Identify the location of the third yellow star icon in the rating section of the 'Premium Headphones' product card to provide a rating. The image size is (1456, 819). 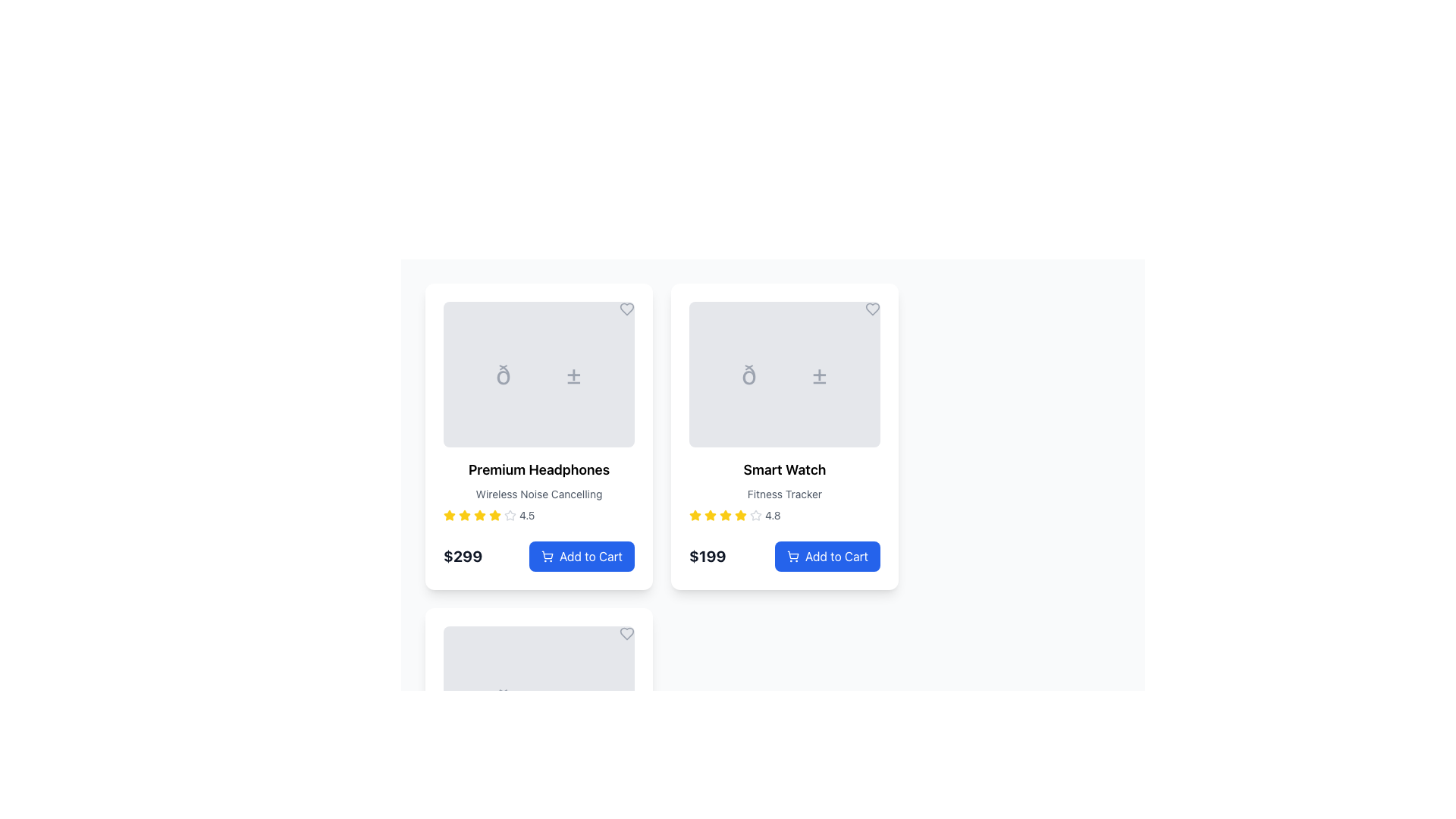
(449, 514).